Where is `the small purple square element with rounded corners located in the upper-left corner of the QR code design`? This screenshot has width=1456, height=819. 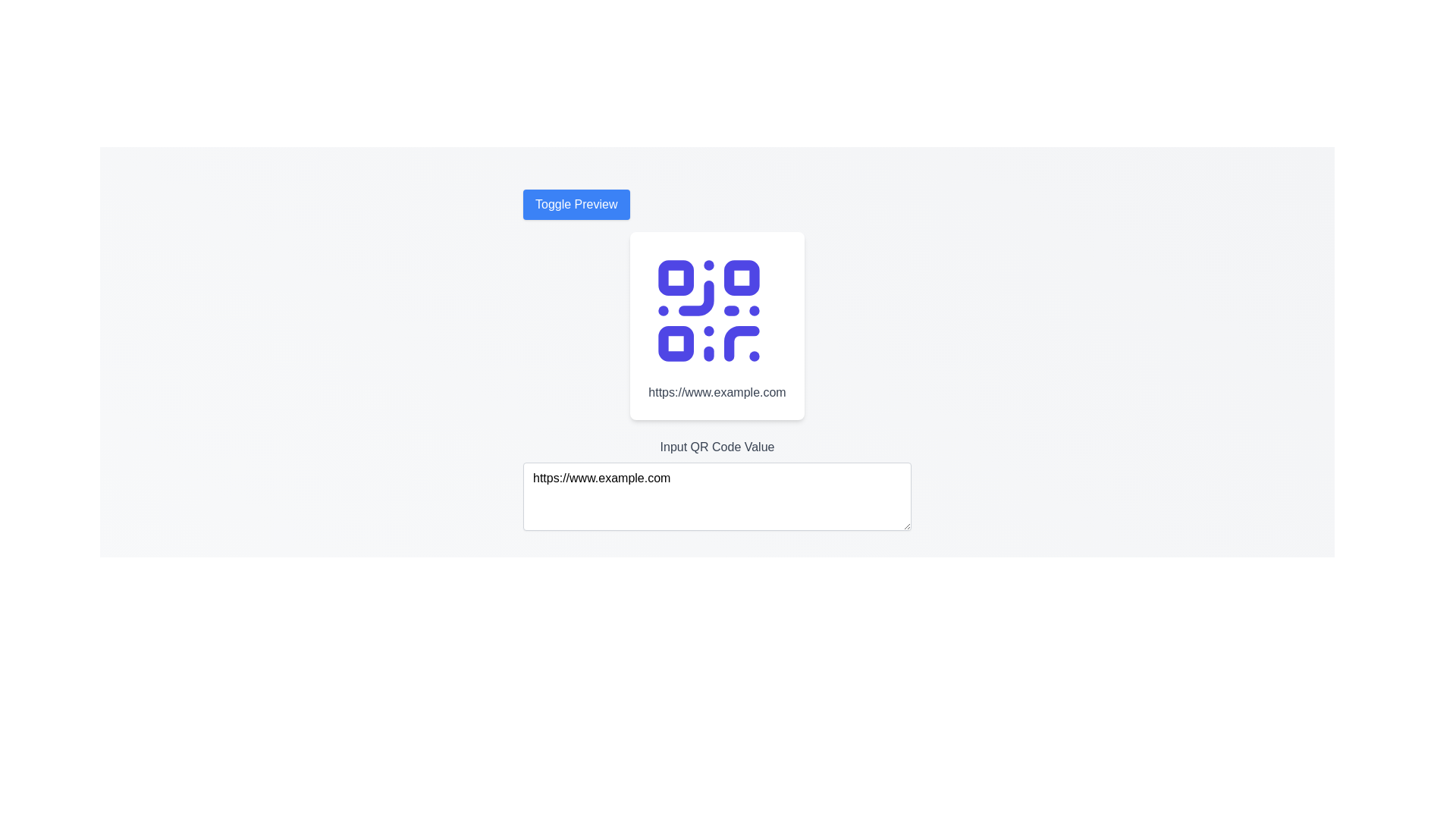
the small purple square element with rounded corners located in the upper-left corner of the QR code design is located at coordinates (676, 278).